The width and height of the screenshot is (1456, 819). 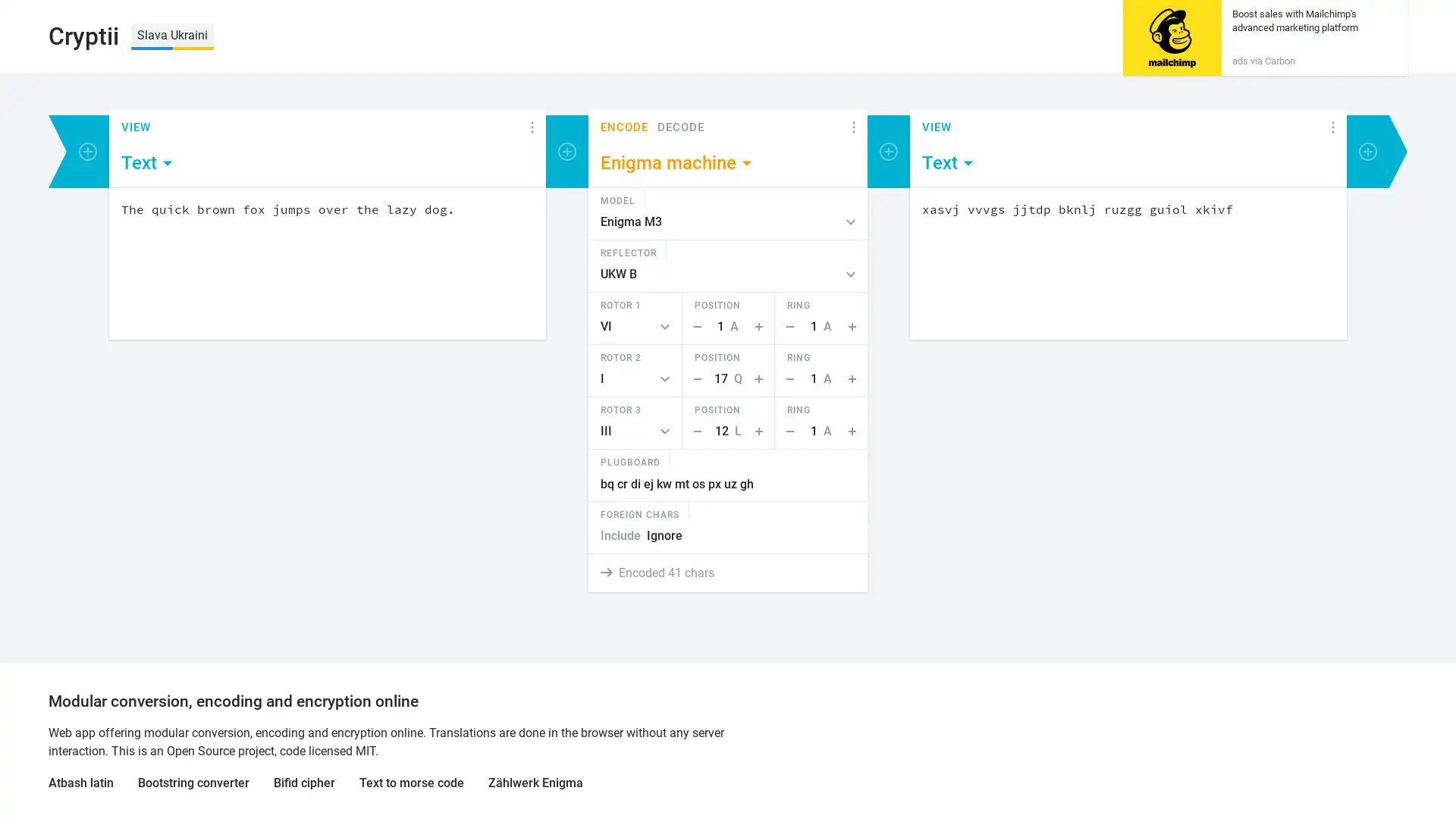 What do you see at coordinates (761, 326) in the screenshot?
I see `Step Up` at bounding box center [761, 326].